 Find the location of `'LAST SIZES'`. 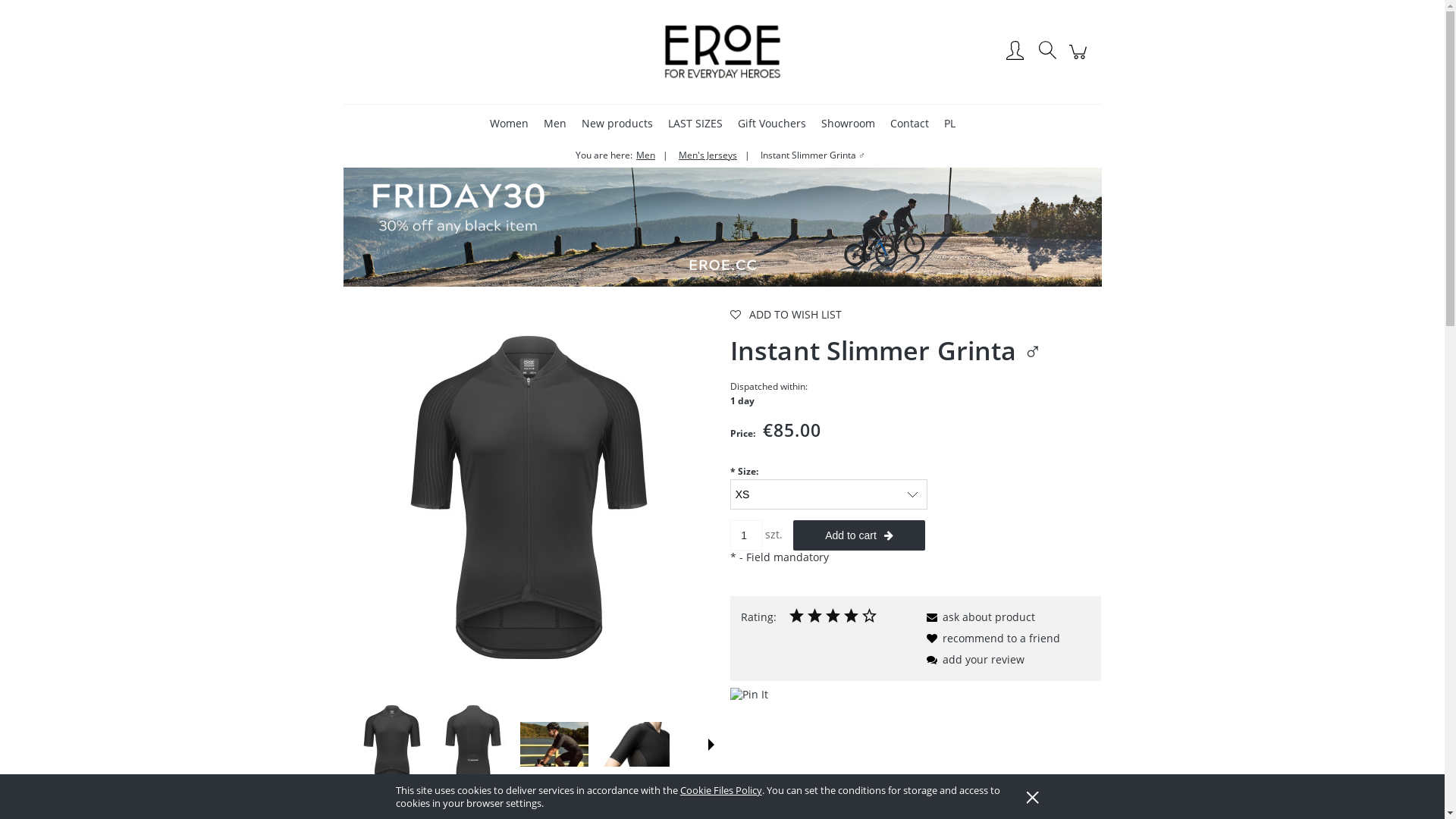

'LAST SIZES' is located at coordinates (661, 122).